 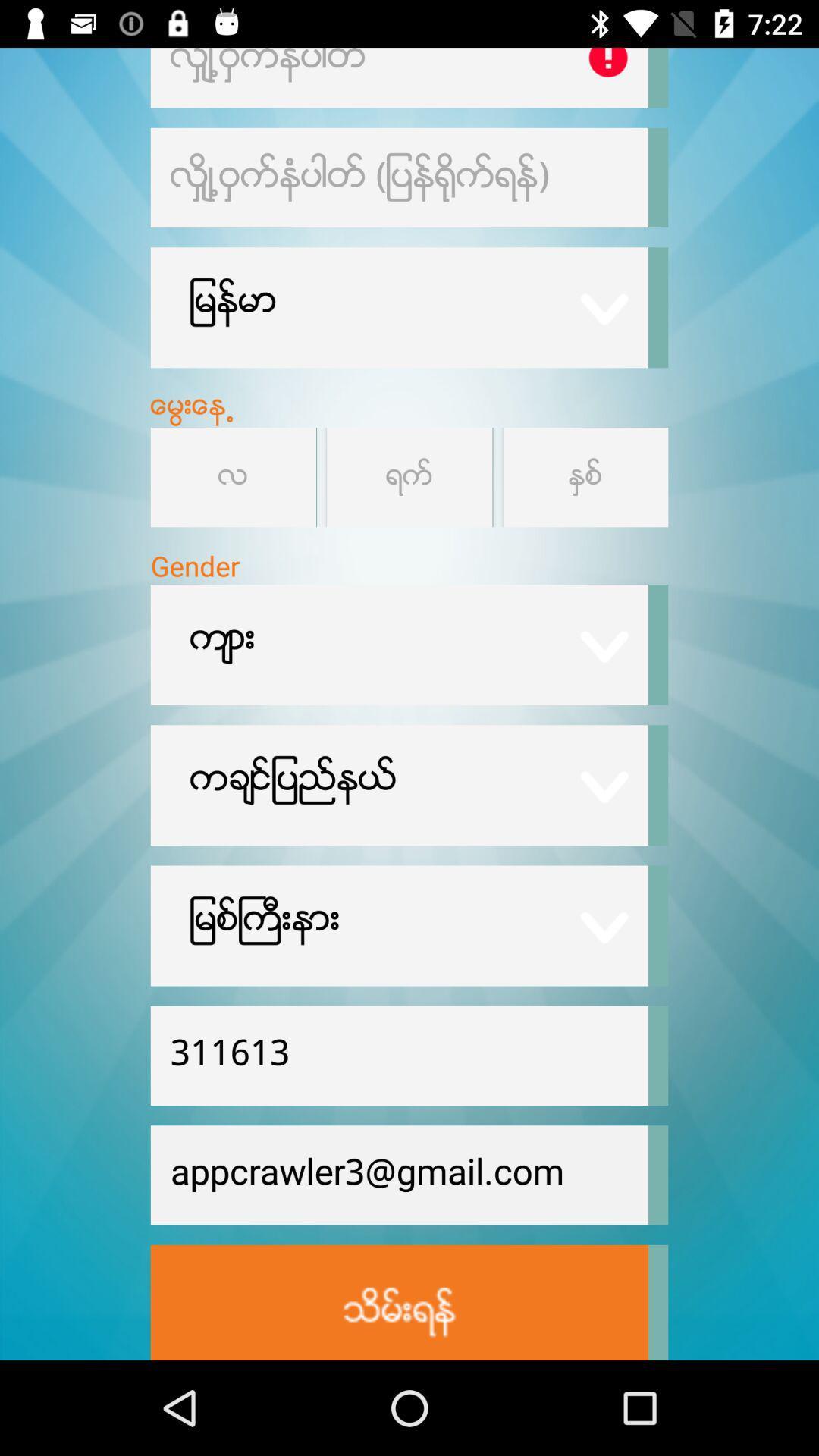 I want to click on enter, so click(x=398, y=1301).